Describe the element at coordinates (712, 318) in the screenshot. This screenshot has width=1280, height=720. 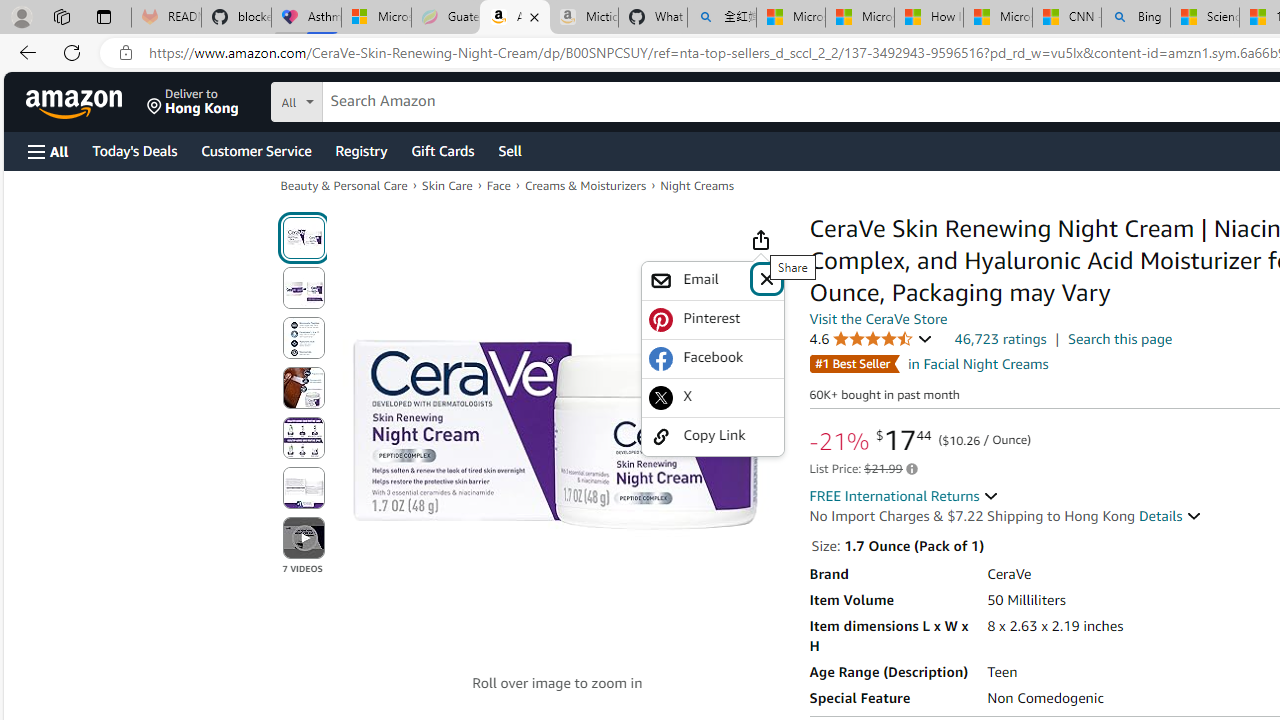
I see `'Pinterest'` at that location.